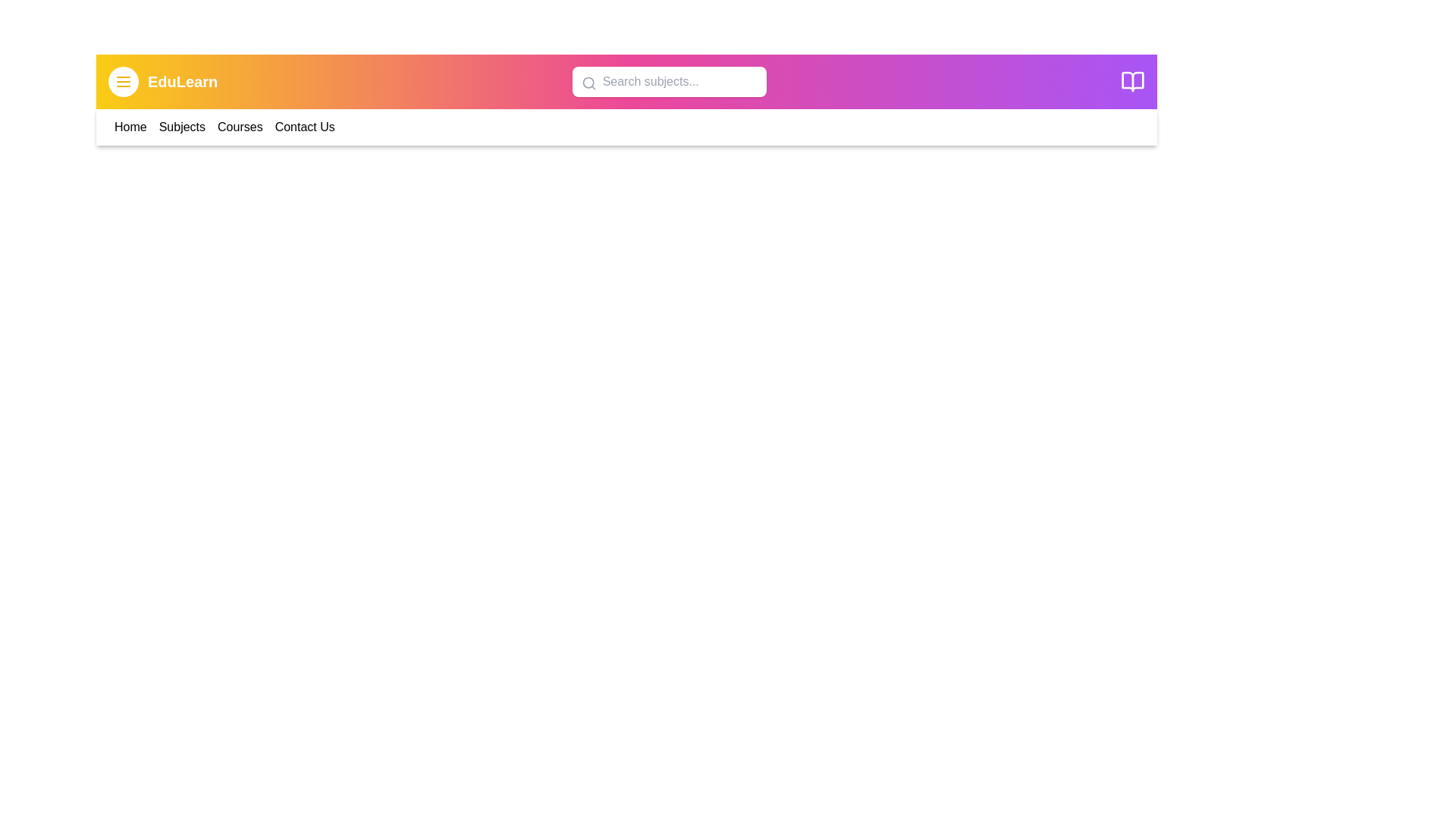 This screenshot has height=819, width=1456. Describe the element at coordinates (588, 83) in the screenshot. I see `the search icon to initiate a search action` at that location.